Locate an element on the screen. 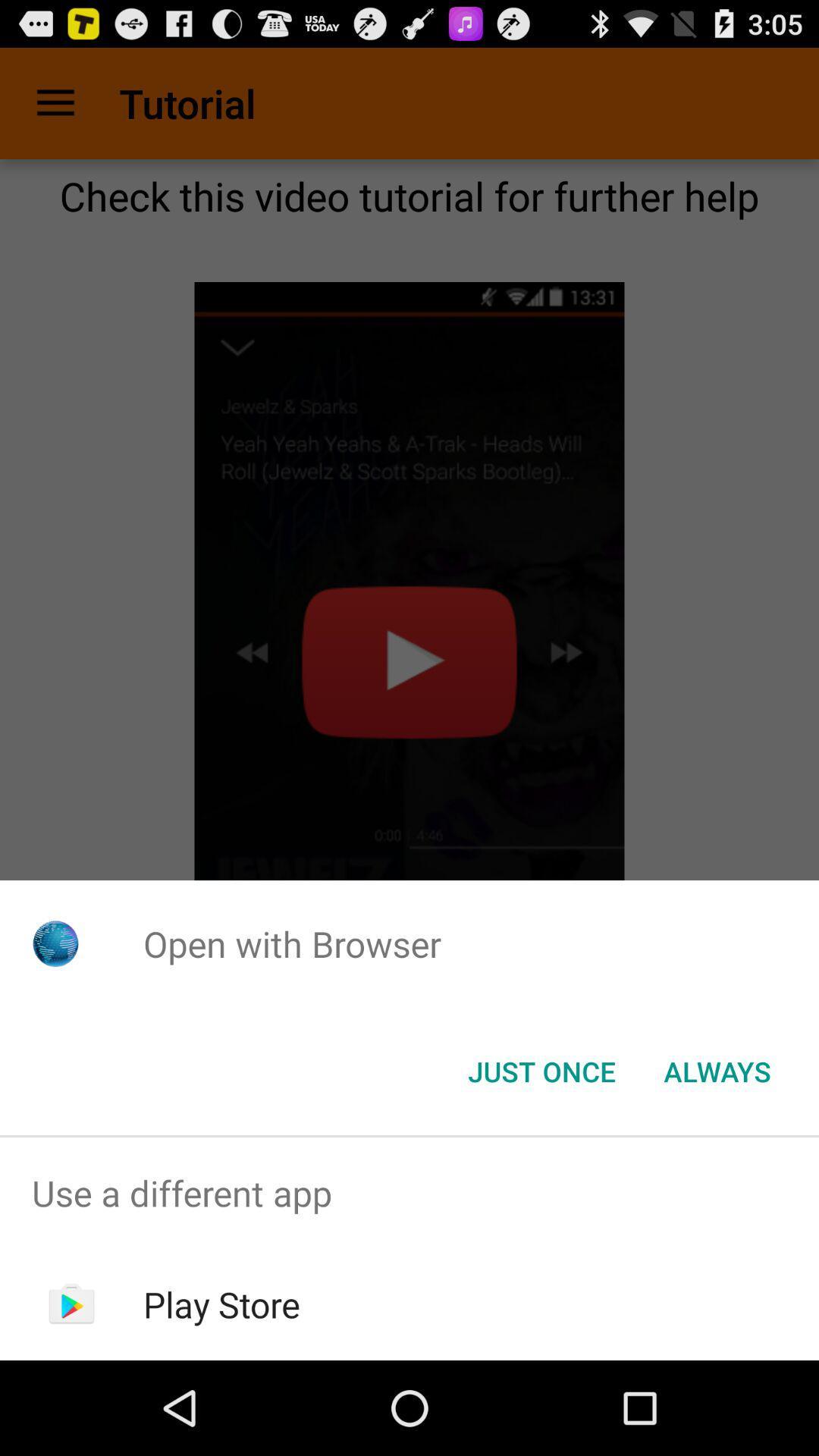 Image resolution: width=819 pixels, height=1456 pixels. app below use a different is located at coordinates (221, 1304).